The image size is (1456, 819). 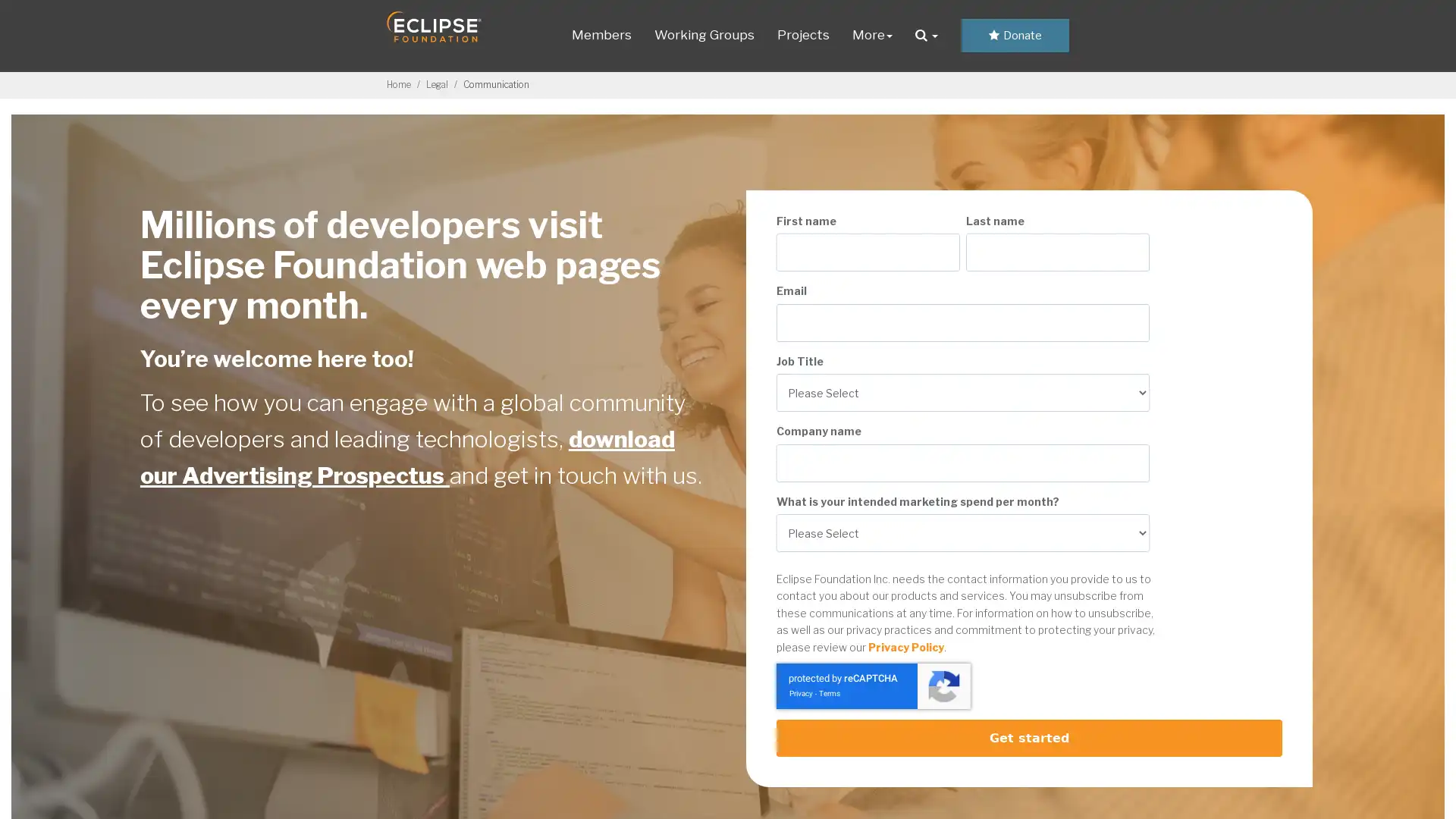 What do you see at coordinates (871, 34) in the screenshot?
I see `More` at bounding box center [871, 34].